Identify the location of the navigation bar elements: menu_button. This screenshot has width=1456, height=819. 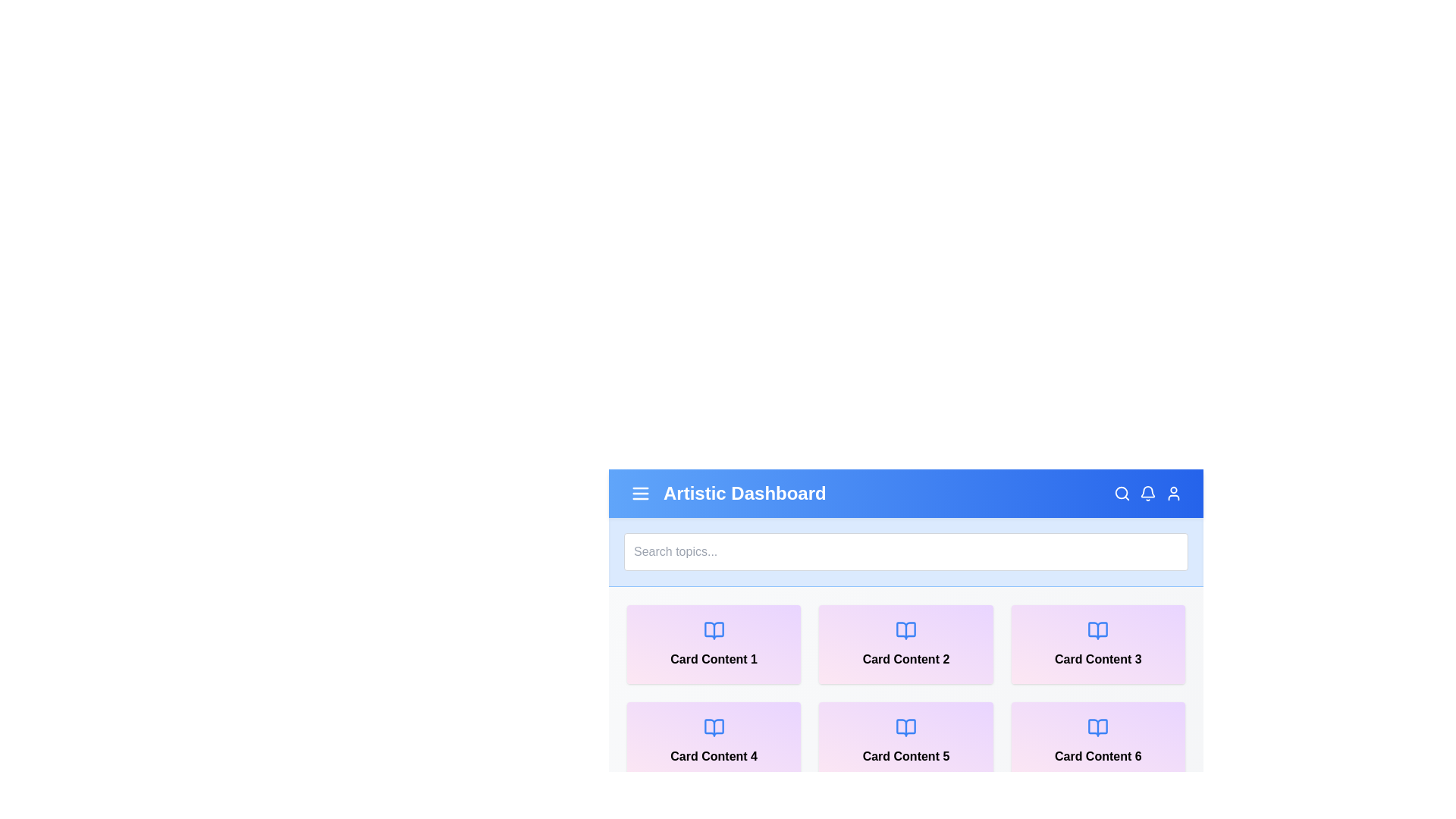
(640, 494).